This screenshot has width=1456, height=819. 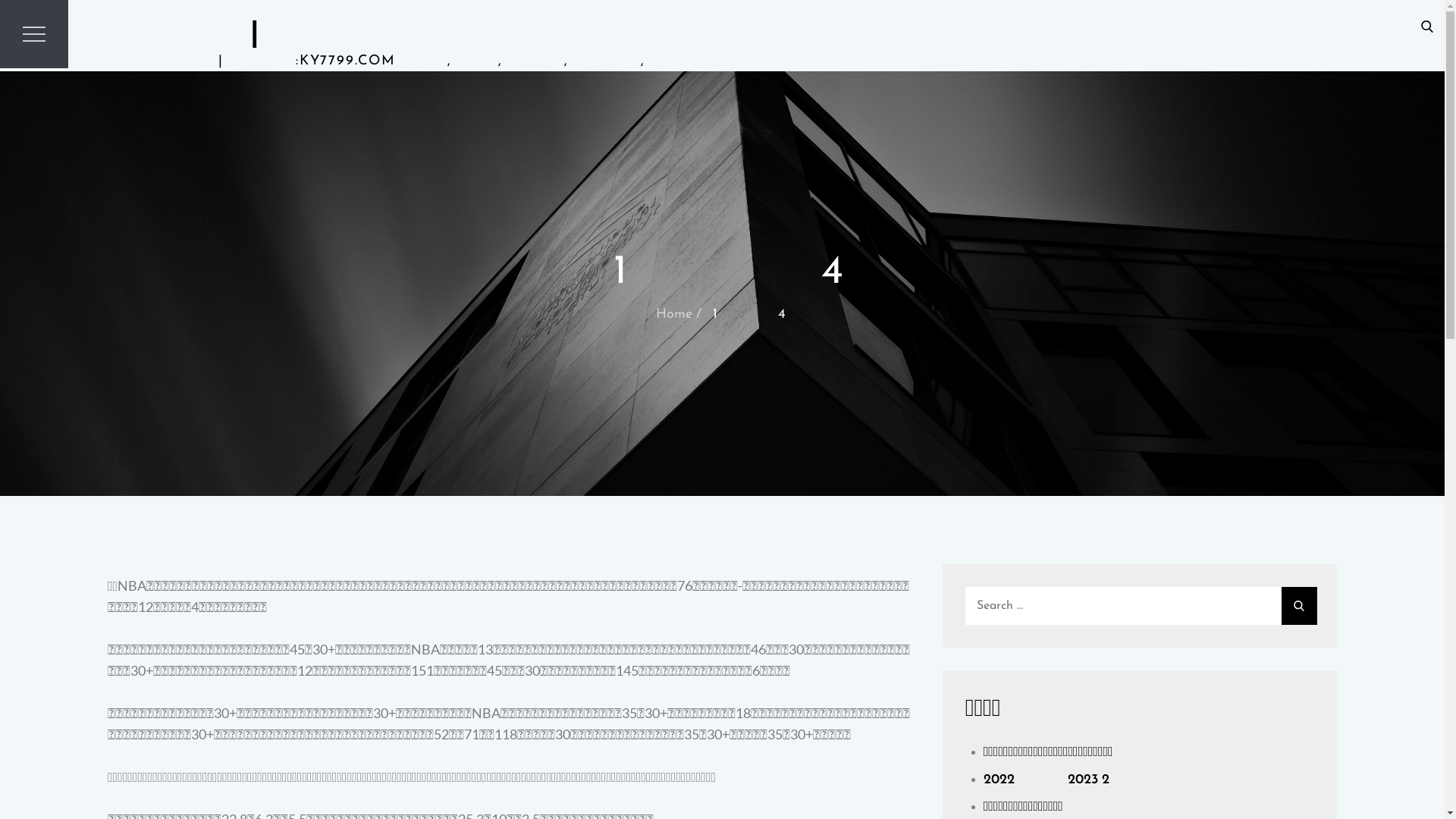 I want to click on 'Home', so click(x=673, y=313).